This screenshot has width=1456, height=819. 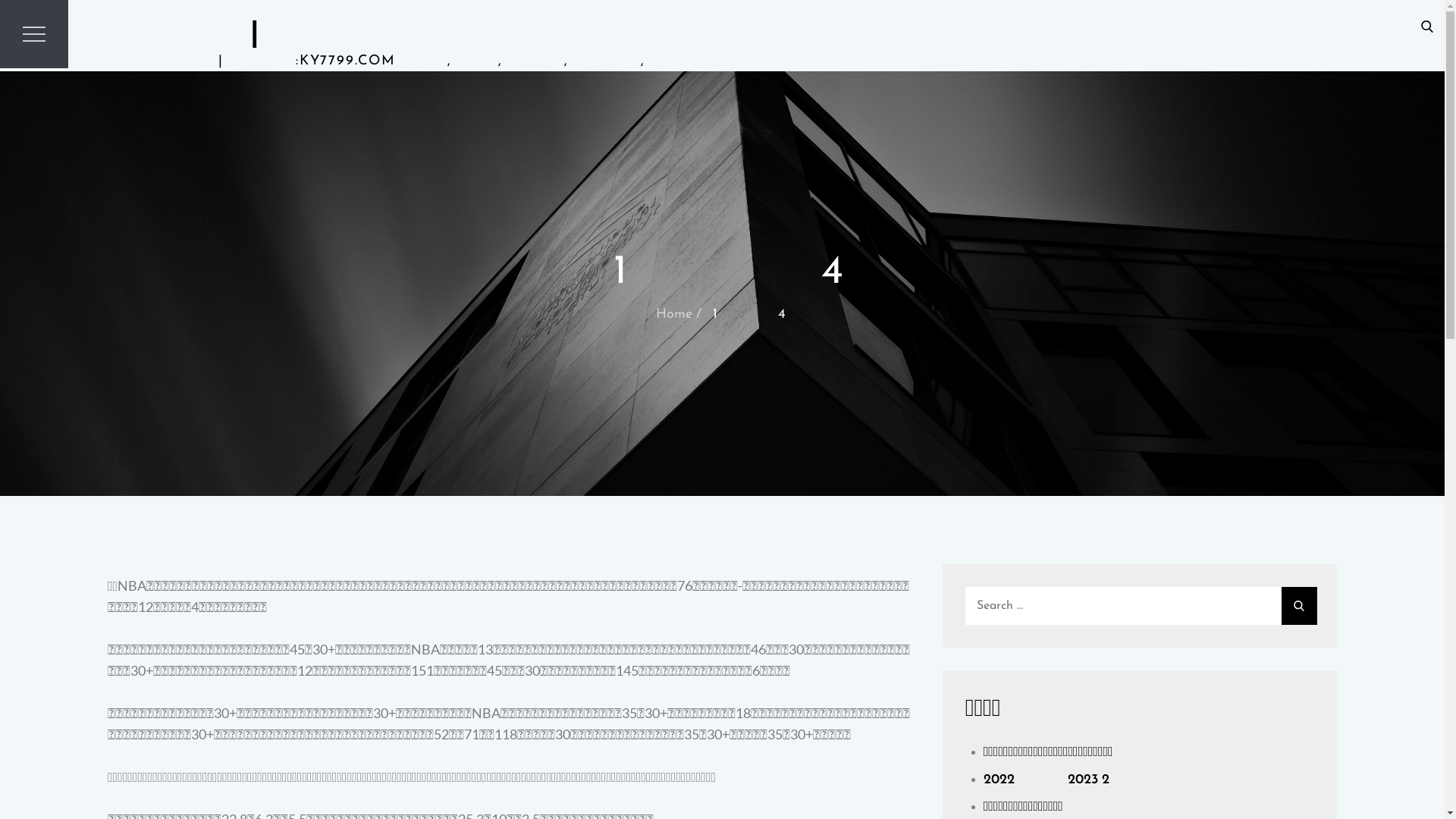 I want to click on 'Home', so click(x=673, y=313).